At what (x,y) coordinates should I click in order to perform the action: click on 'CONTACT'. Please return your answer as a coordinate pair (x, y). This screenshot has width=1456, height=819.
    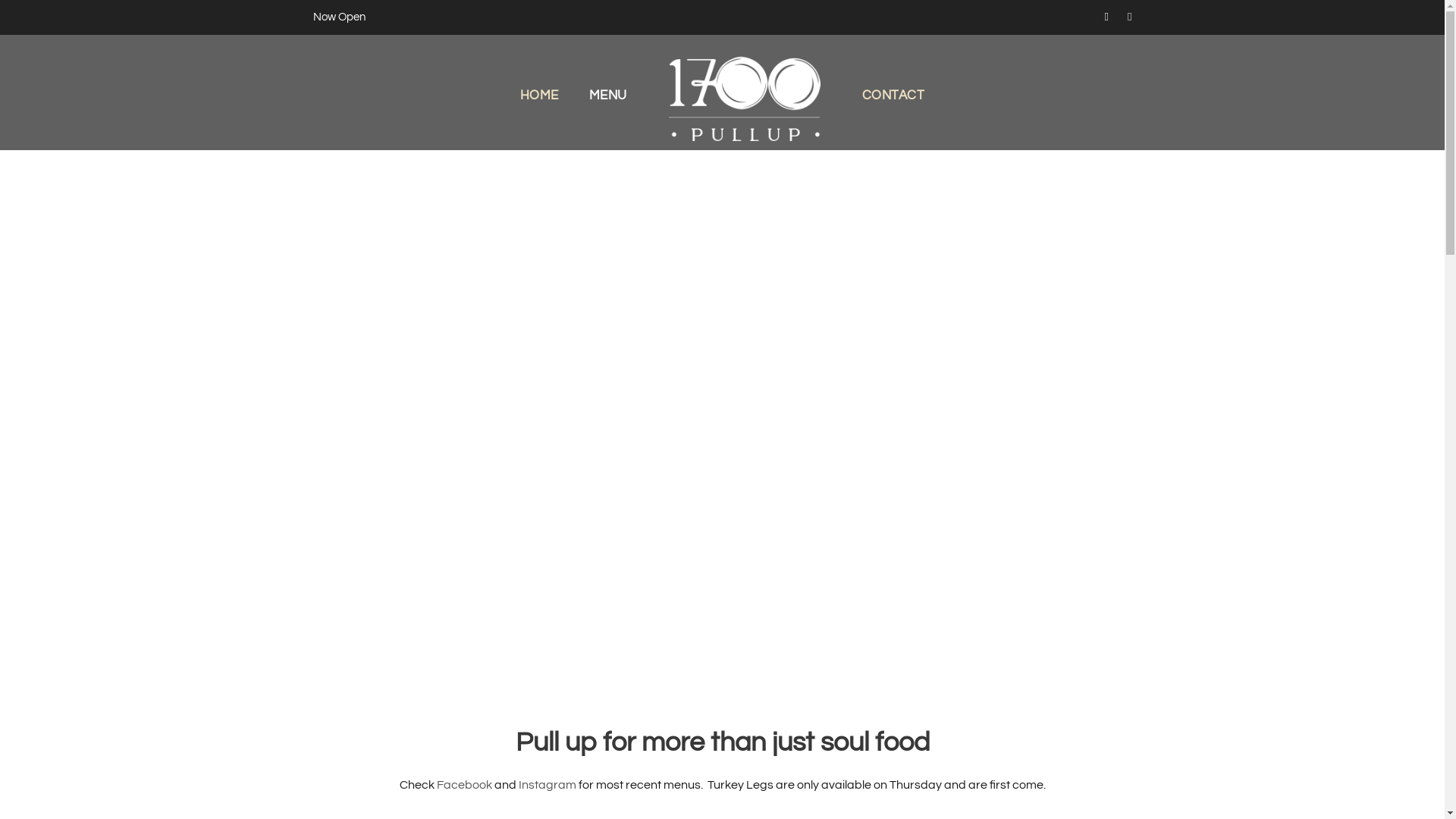
    Looking at the image, I should click on (893, 117).